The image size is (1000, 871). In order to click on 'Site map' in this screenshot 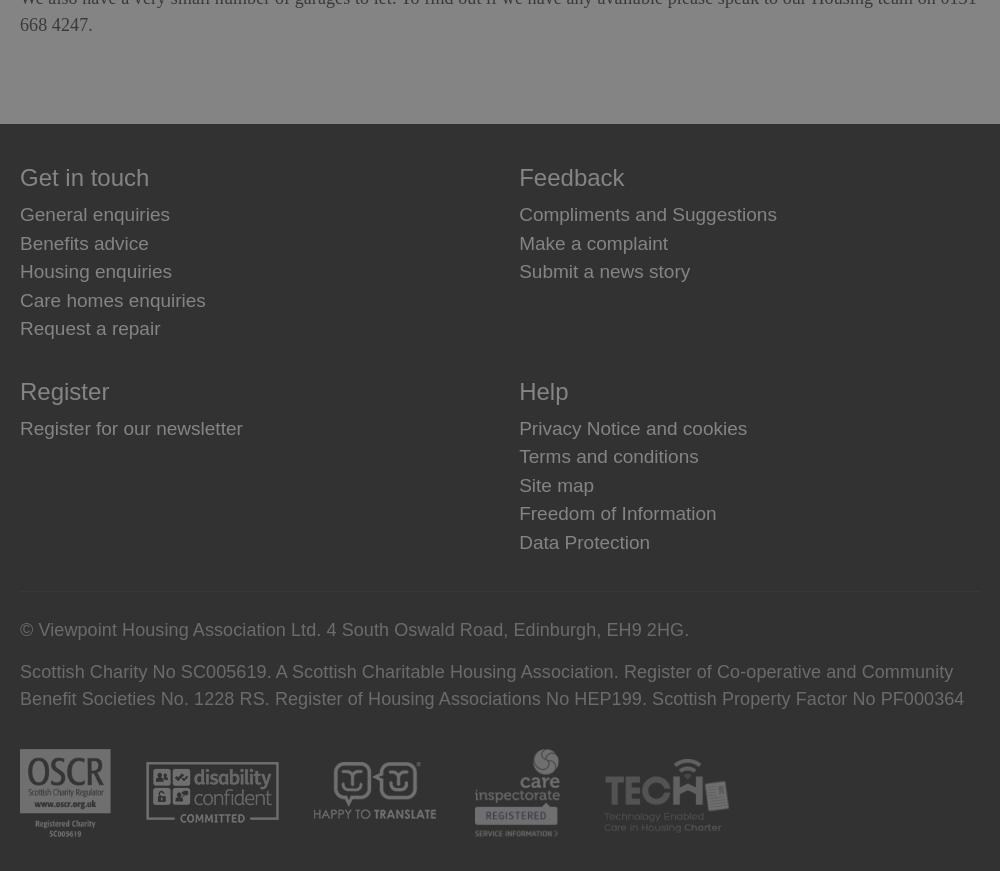, I will do `click(519, 484)`.